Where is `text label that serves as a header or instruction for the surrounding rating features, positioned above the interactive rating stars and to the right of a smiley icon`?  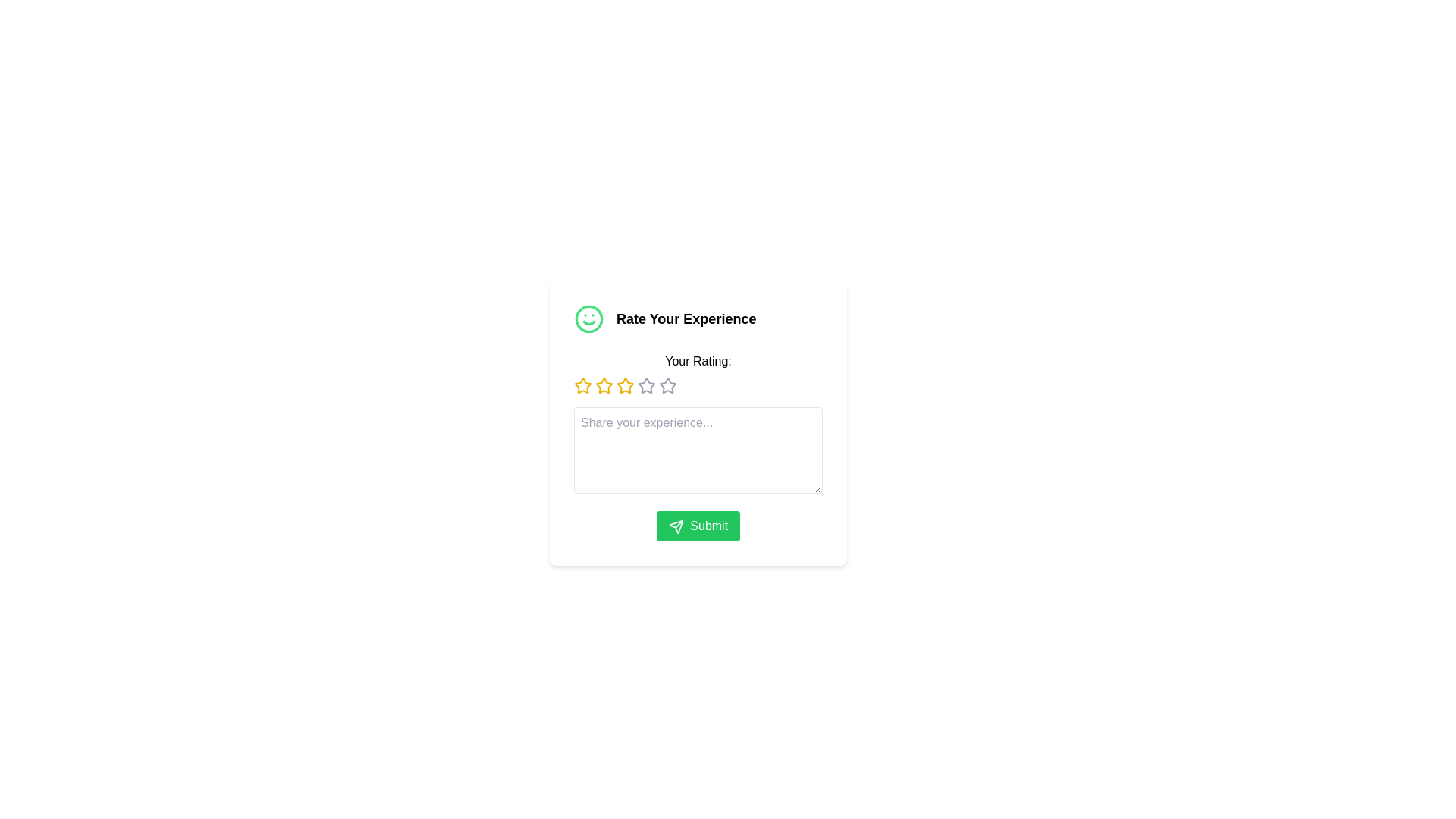
text label that serves as a header or instruction for the surrounding rating features, positioned above the interactive rating stars and to the right of a smiley icon is located at coordinates (686, 318).